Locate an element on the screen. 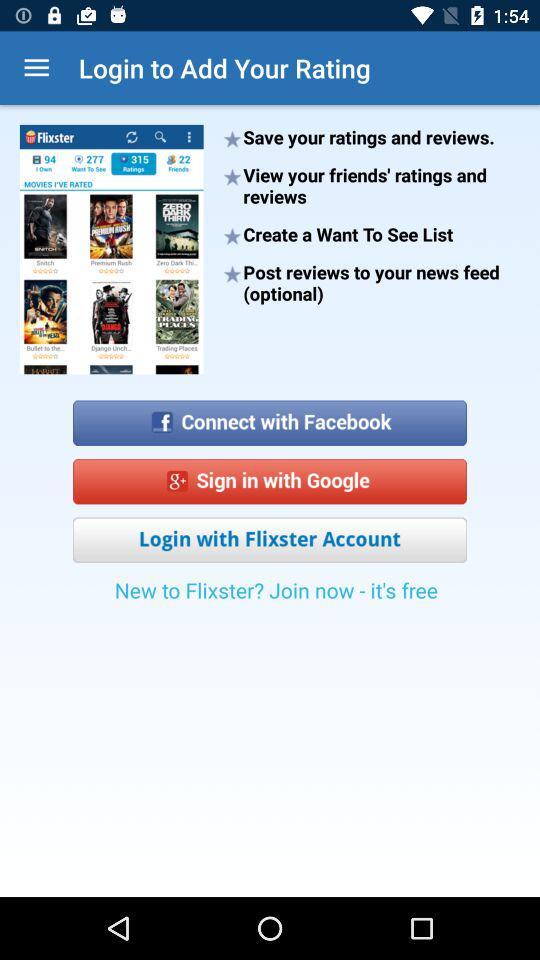  sign in with google is located at coordinates (270, 480).